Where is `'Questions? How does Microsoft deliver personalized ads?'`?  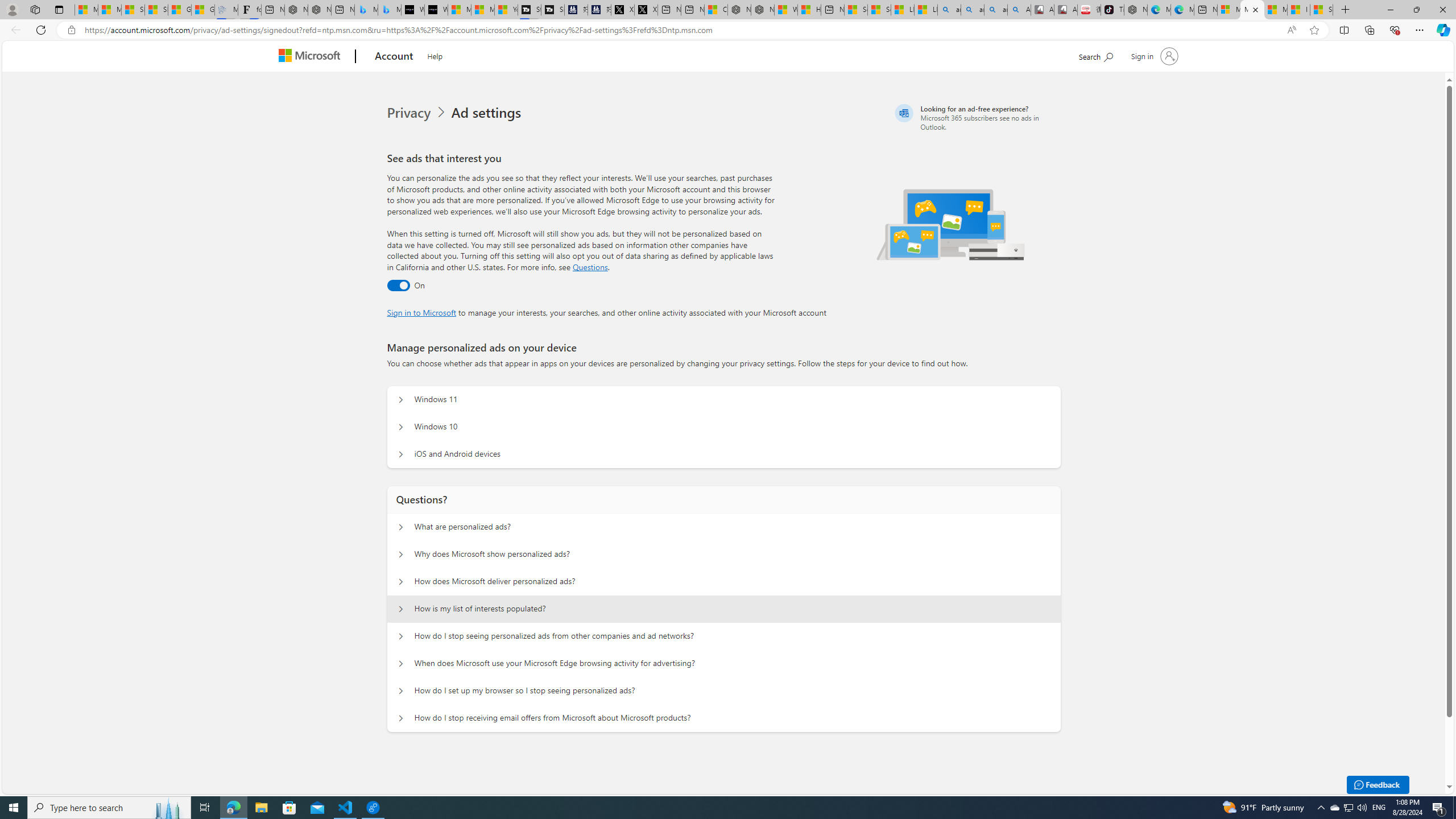 'Questions? How does Microsoft deliver personalized ads?' is located at coordinates (401, 581).